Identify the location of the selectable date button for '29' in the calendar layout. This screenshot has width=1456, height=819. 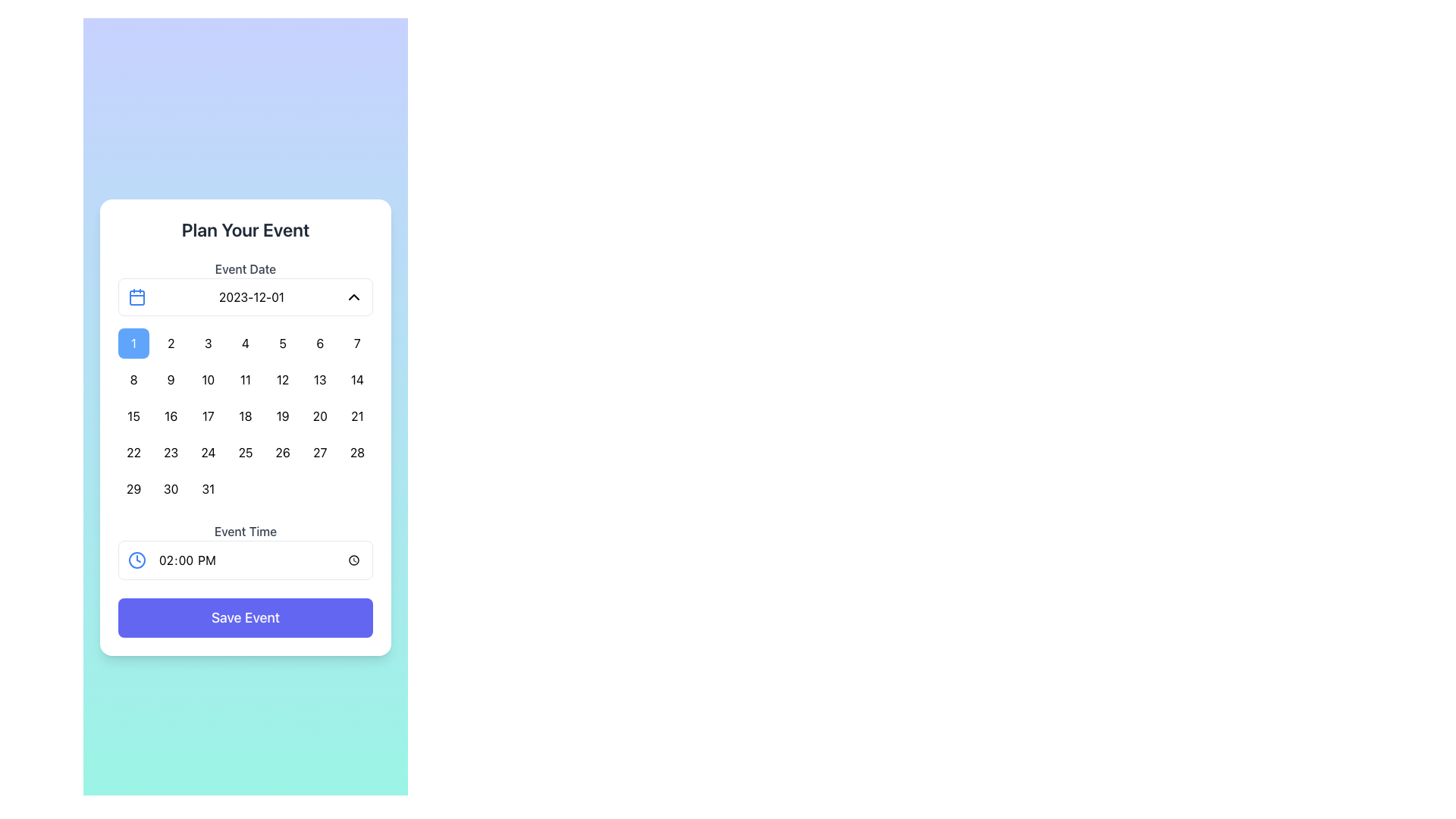
(133, 488).